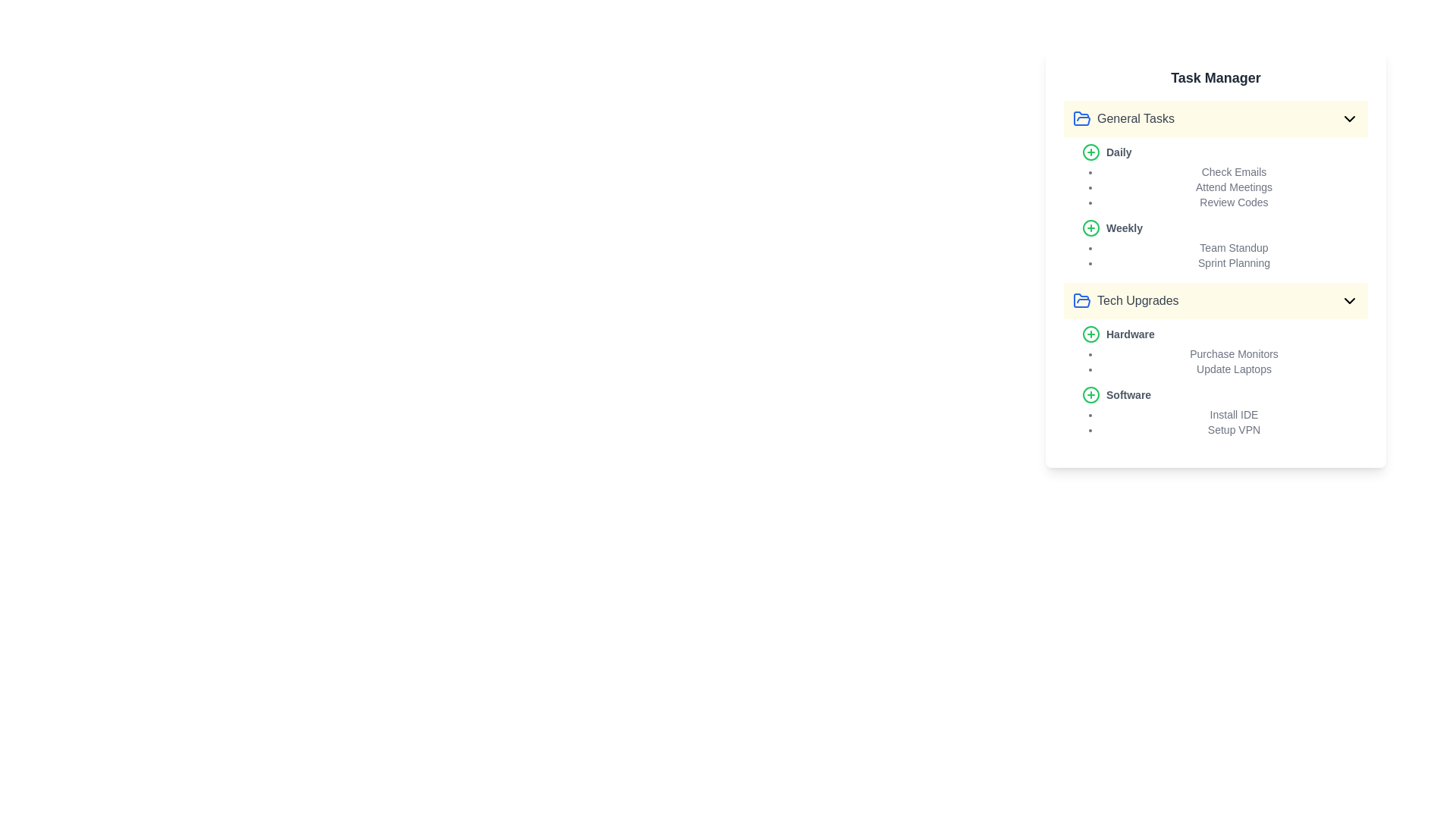 The image size is (1456, 819). What do you see at coordinates (1125, 227) in the screenshot?
I see `the 'Weekly' label within the 'General Tasks' section` at bounding box center [1125, 227].